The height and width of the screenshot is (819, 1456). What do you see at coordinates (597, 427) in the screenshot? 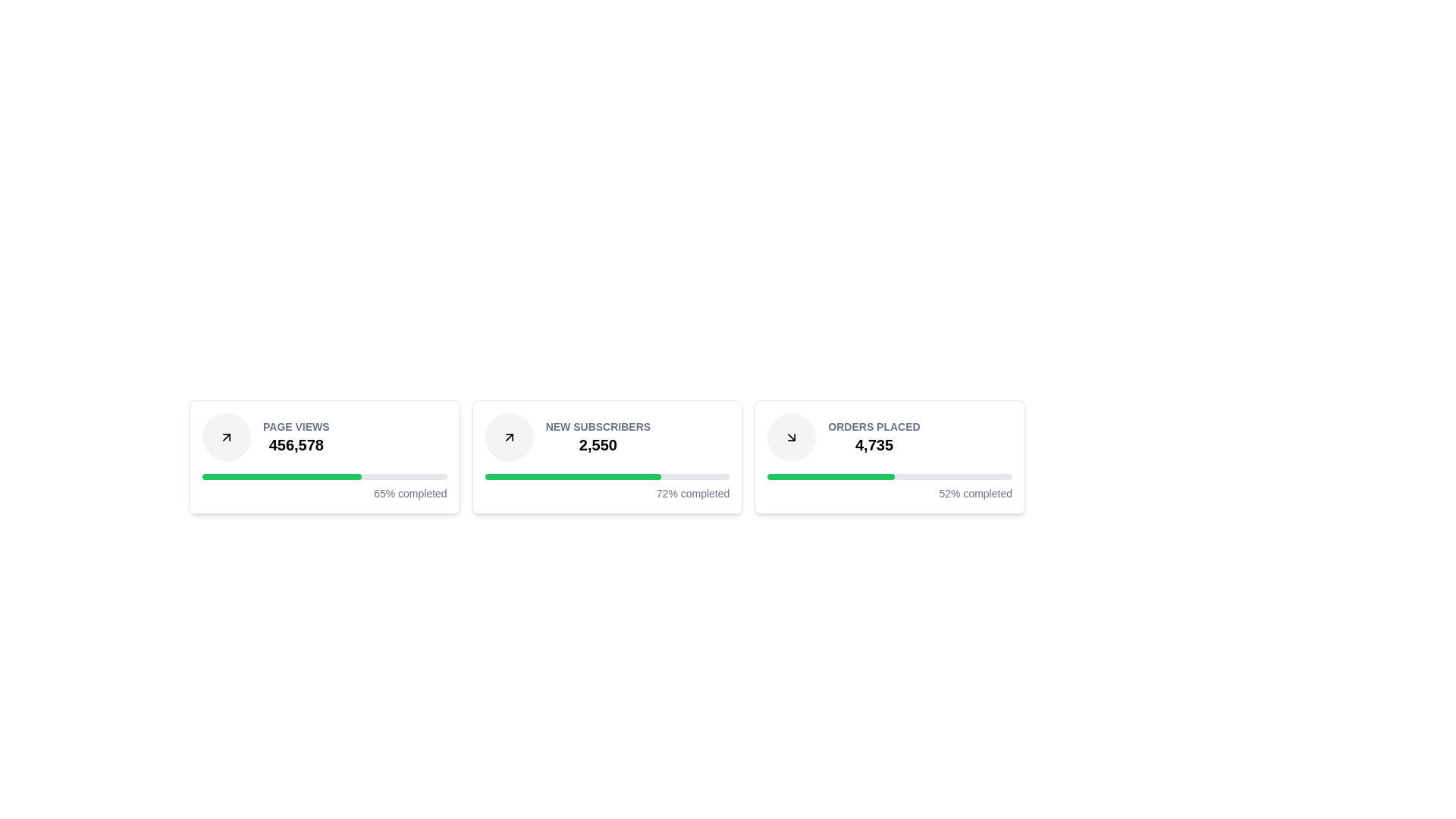
I see `the text label displaying 'New Subscribers' which is styled in small, bold uppercase letters and located at the top section of the central card, above the numeric value '2,550'` at bounding box center [597, 427].